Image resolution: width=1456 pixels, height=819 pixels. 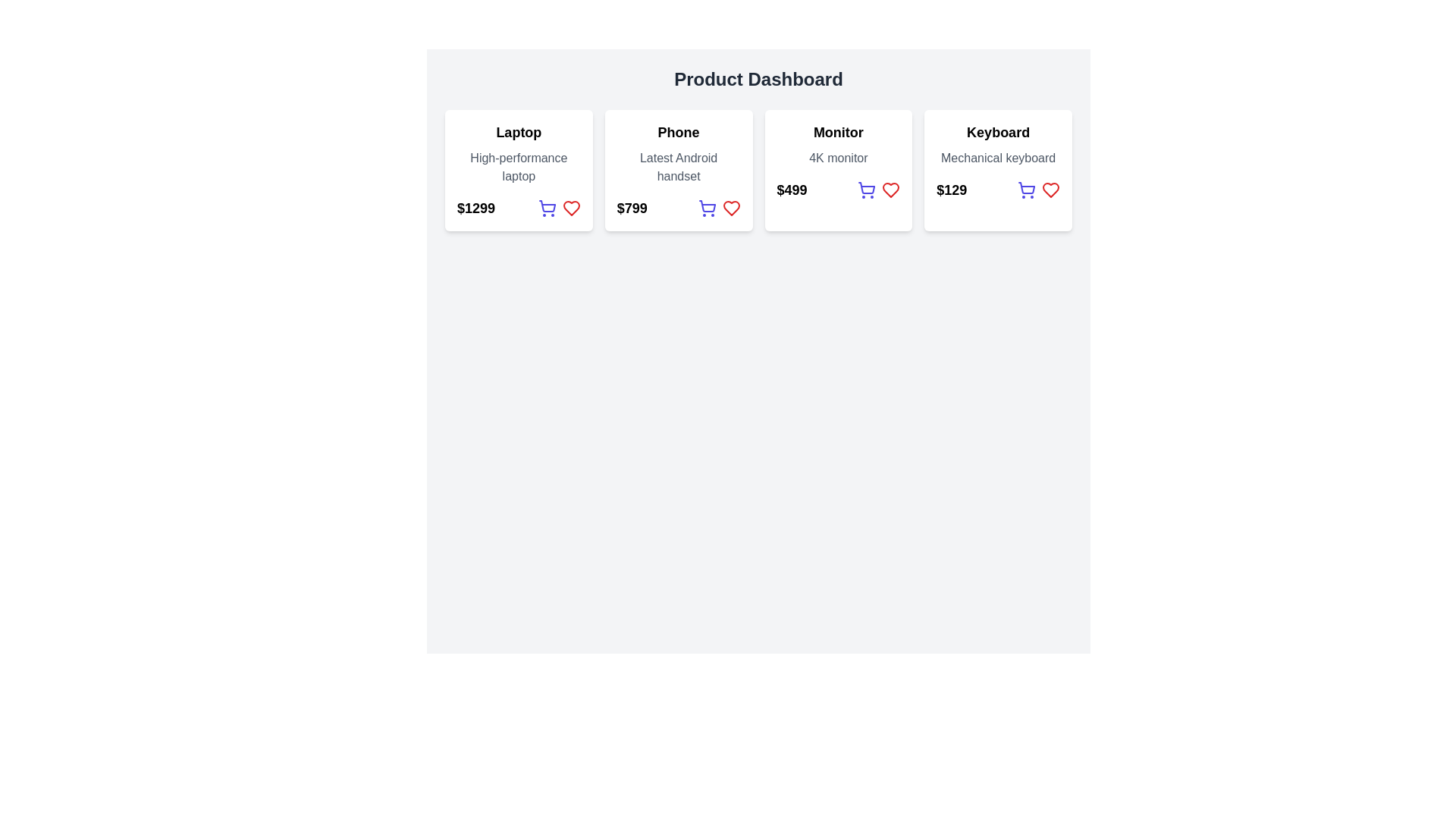 What do you see at coordinates (475, 208) in the screenshot?
I see `the text label displaying the price "$1299" in bold typography, located near the bottom-left corner of the first product card` at bounding box center [475, 208].